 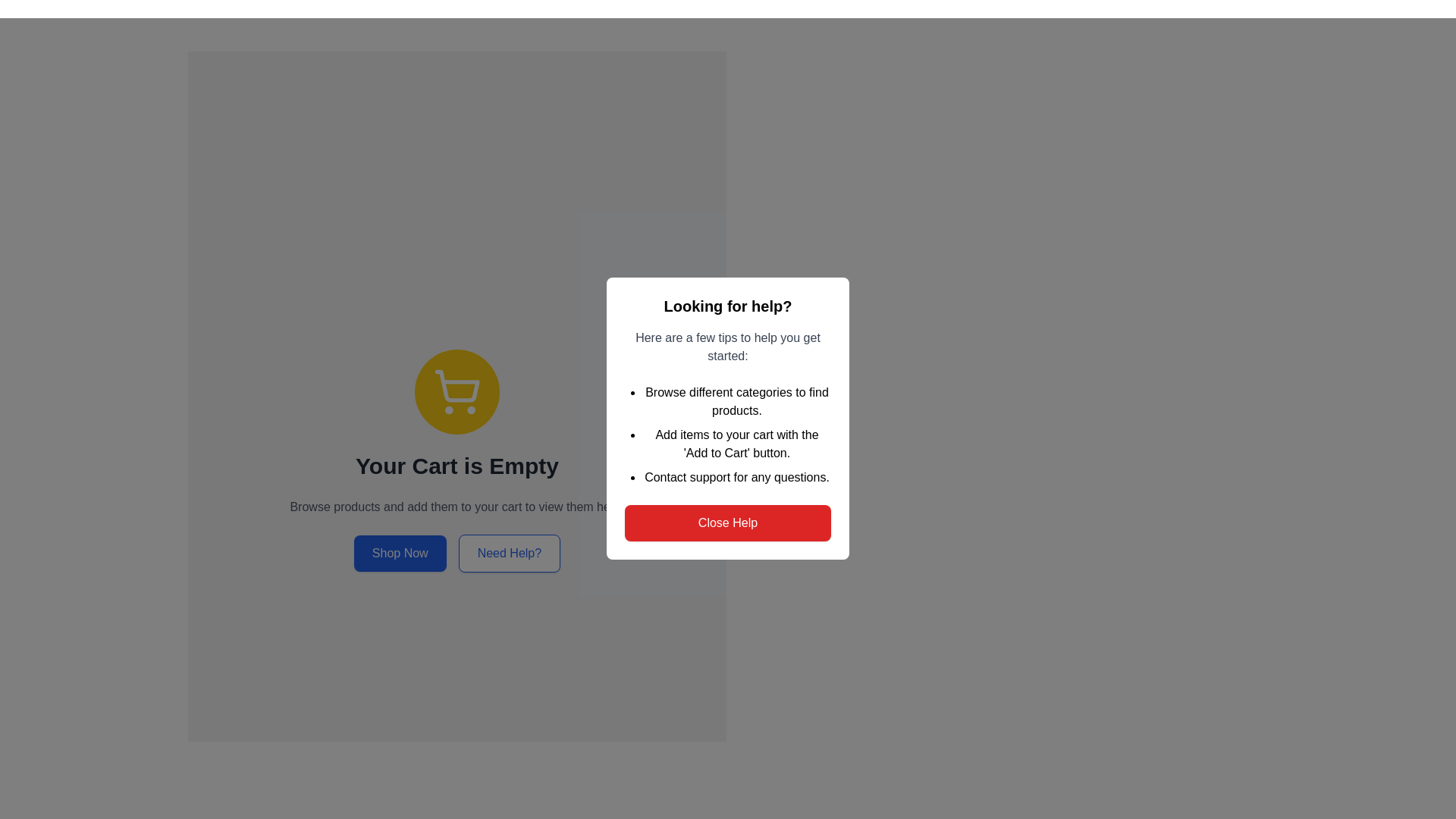 What do you see at coordinates (457, 391) in the screenshot?
I see `the shopping cart icon, which is a bright white vector graphic inside a yellow circular background, located near the center of the cart-themed section of the interface` at bounding box center [457, 391].